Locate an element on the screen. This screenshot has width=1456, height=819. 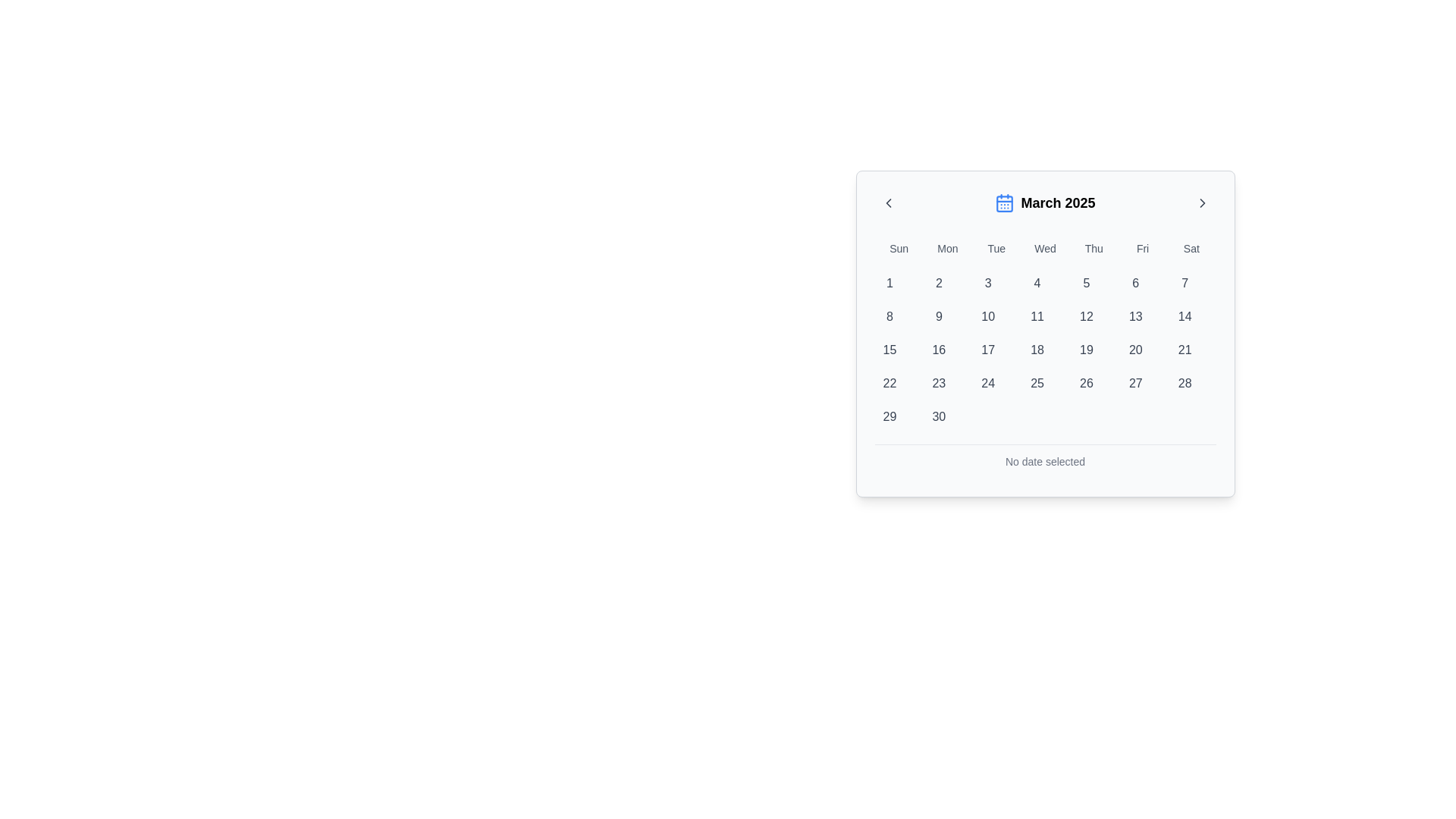
the circular button labeled '7' is located at coordinates (1184, 284).